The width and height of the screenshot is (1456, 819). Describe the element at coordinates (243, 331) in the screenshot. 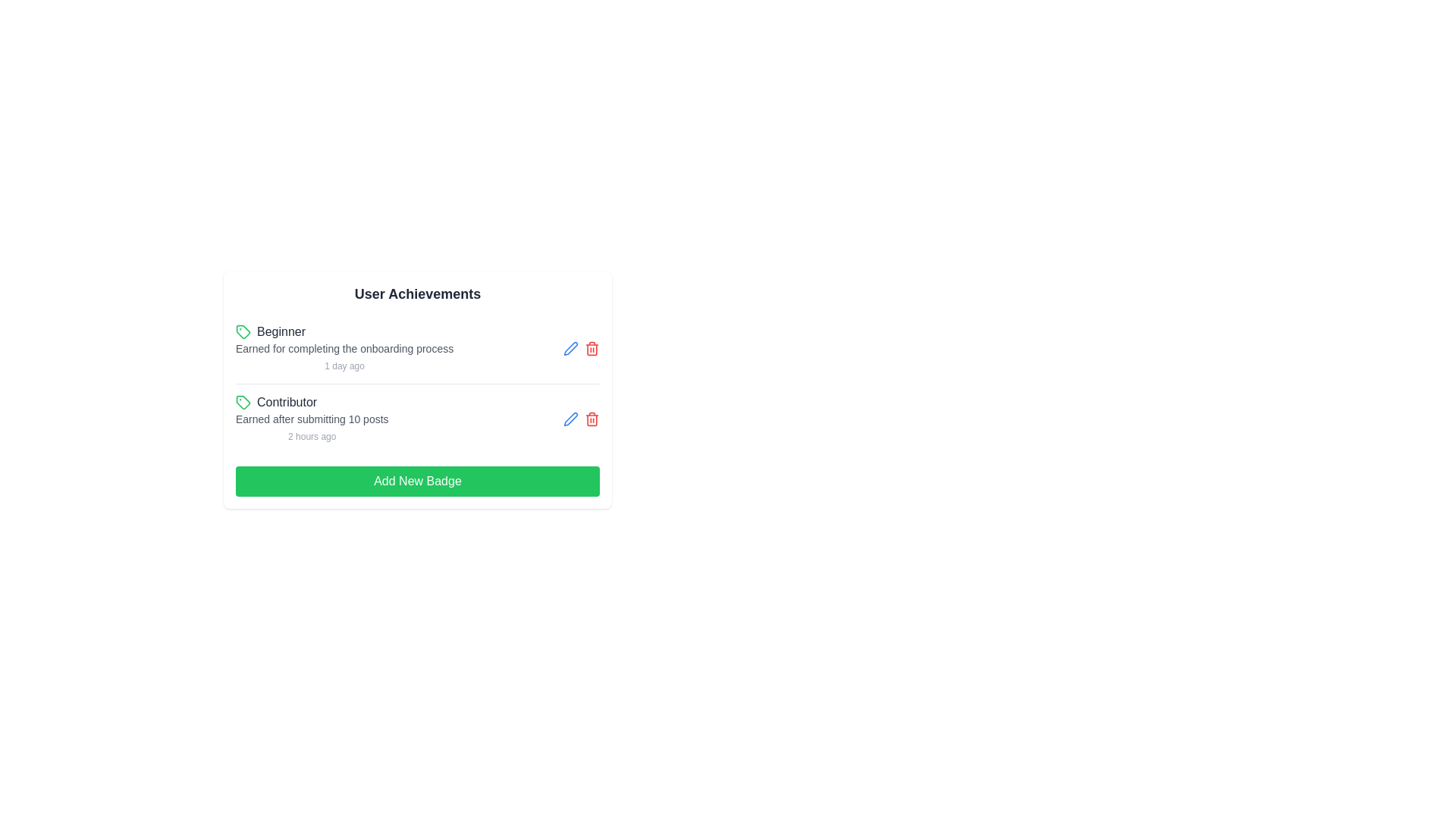

I see `the tag-shaped icon located next to the 'Contributor' badge in the 'User Achievements' section` at that location.